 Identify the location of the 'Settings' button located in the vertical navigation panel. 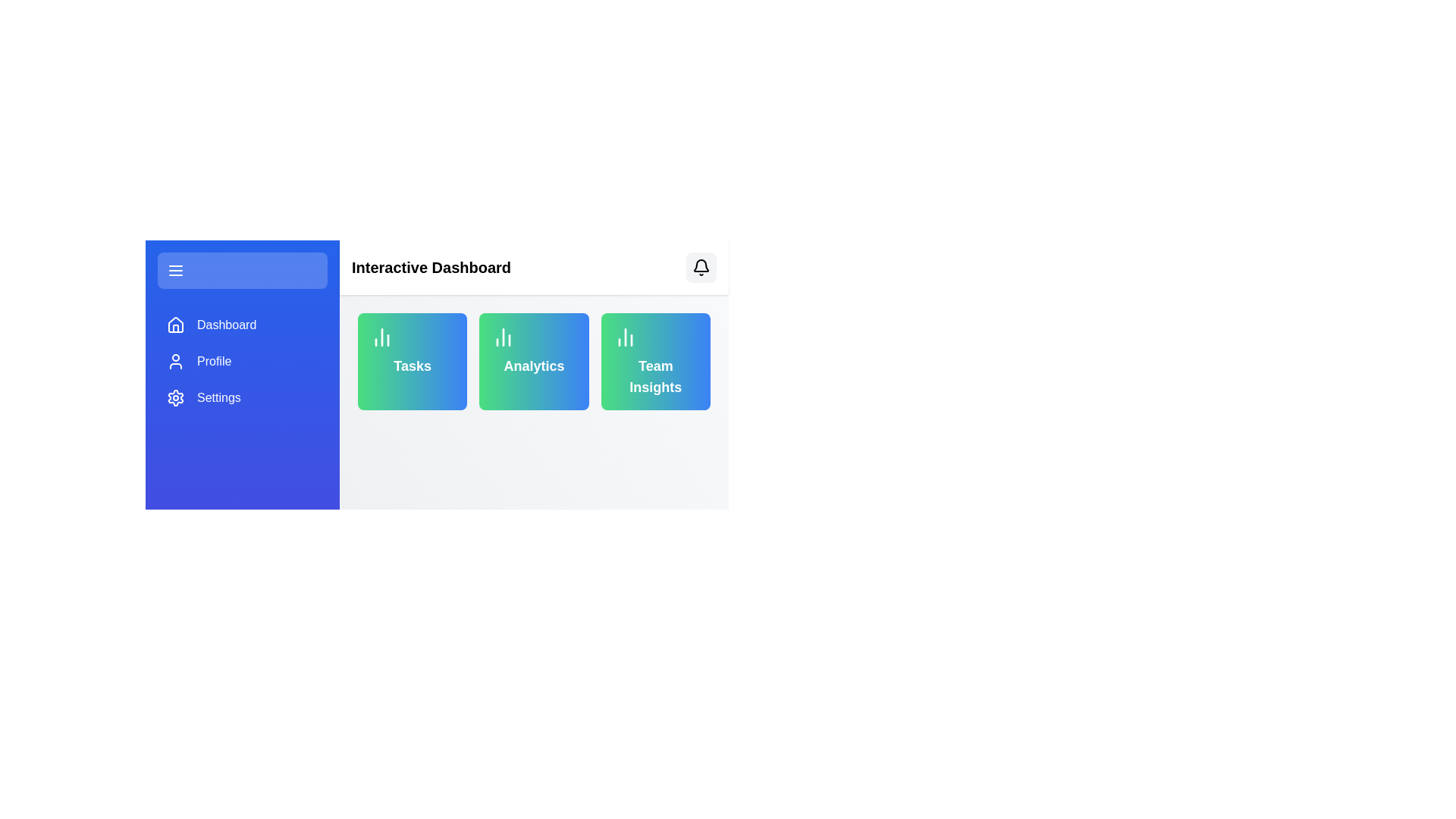
(243, 397).